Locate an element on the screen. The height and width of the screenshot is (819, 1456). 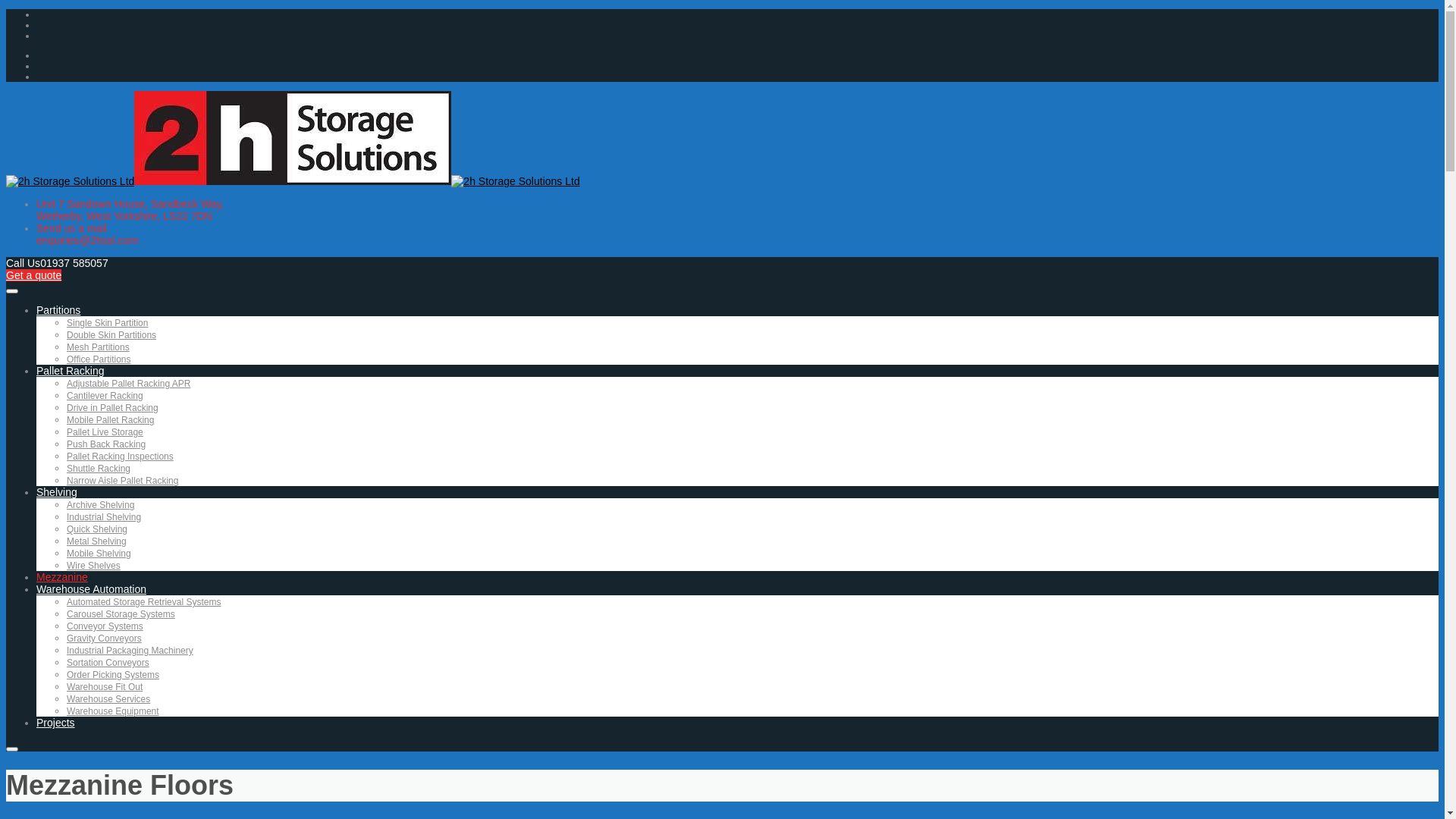
'Shelving' is located at coordinates (57, 491).